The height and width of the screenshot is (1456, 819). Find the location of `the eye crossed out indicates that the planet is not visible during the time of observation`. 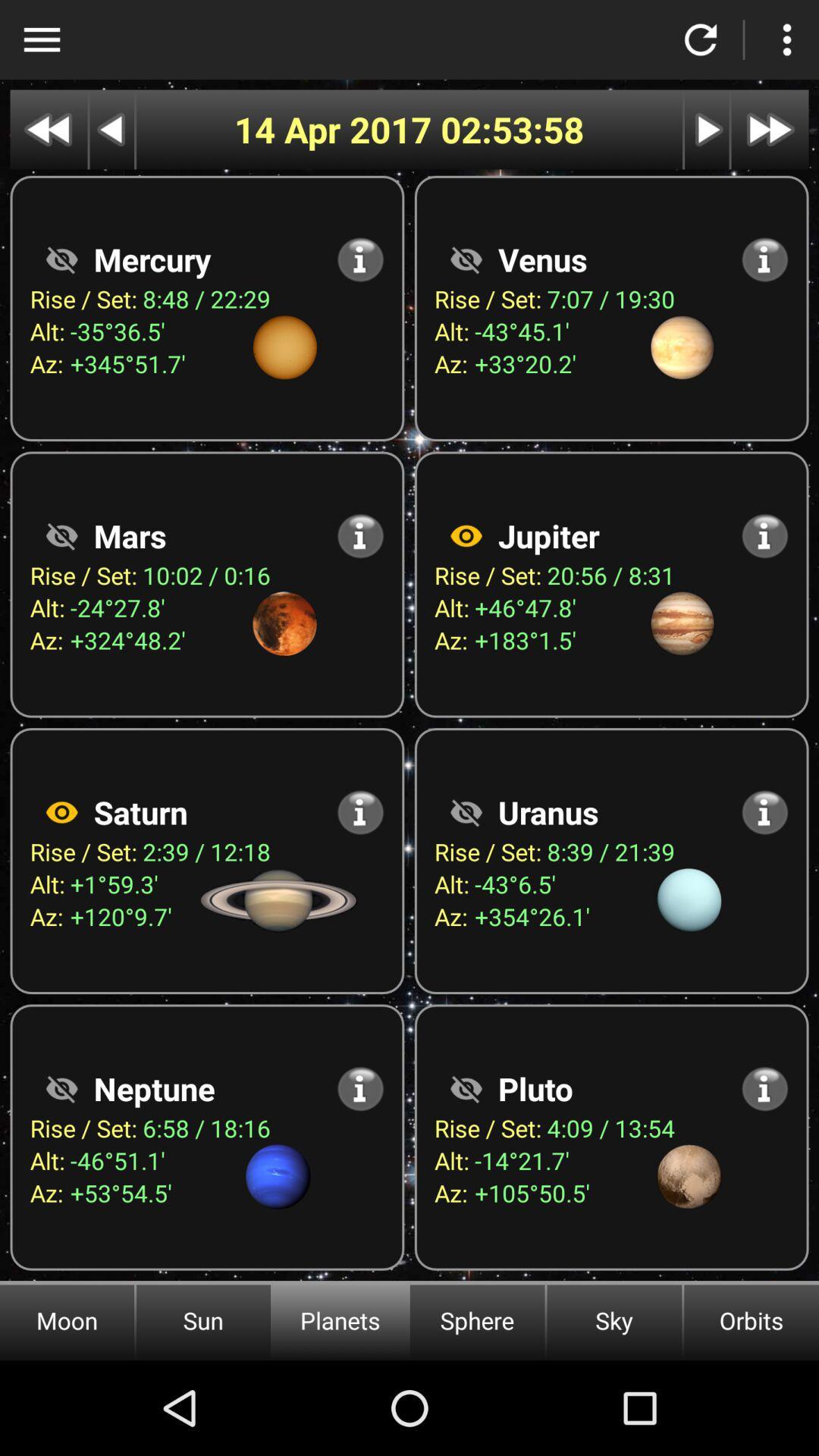

the eye crossed out indicates that the planet is not visible during the time of observation is located at coordinates (465, 259).